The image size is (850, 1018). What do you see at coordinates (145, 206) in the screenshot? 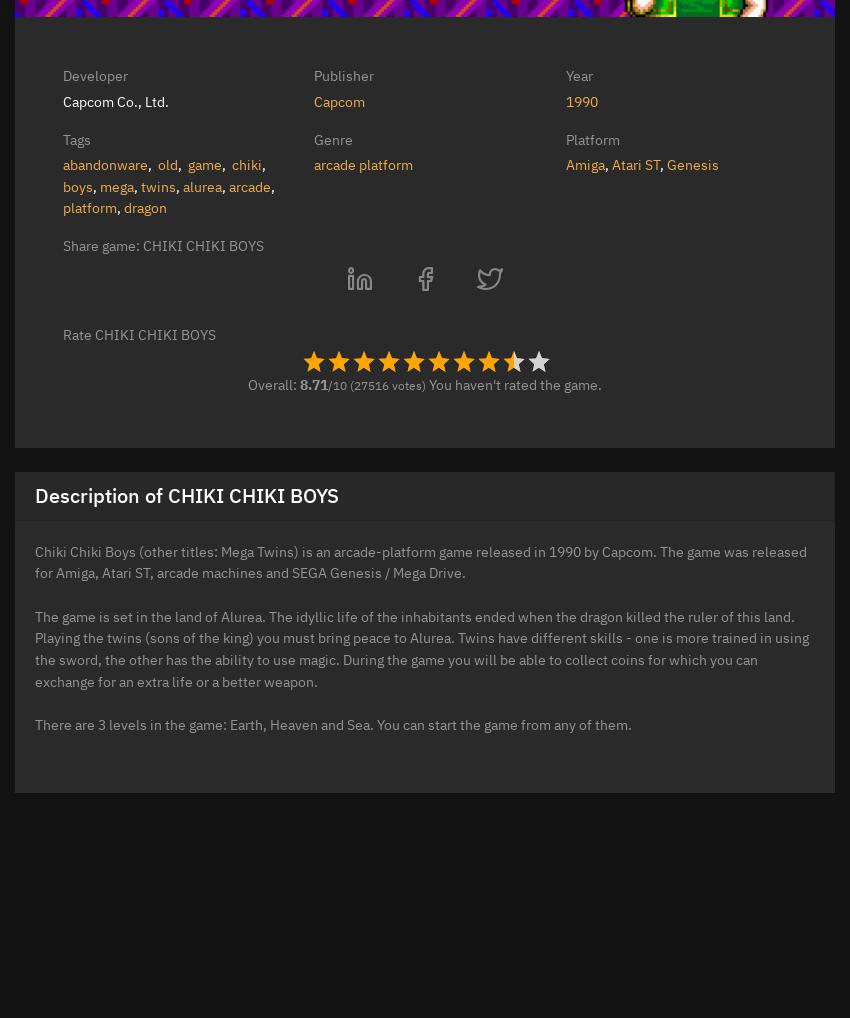
I see `'dragon'` at bounding box center [145, 206].